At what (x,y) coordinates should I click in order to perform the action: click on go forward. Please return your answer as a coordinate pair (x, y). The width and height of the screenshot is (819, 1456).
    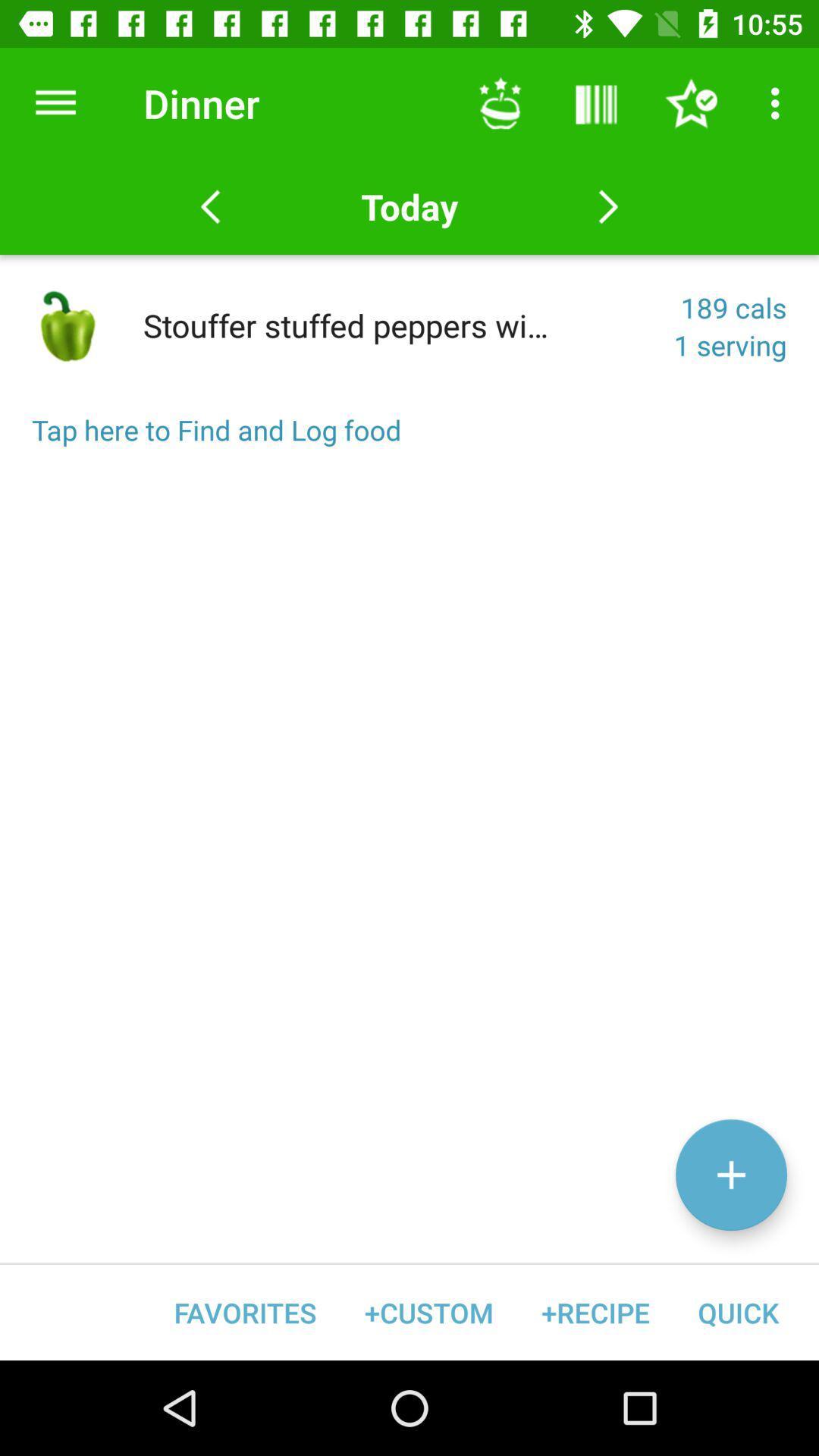
    Looking at the image, I should click on (607, 206).